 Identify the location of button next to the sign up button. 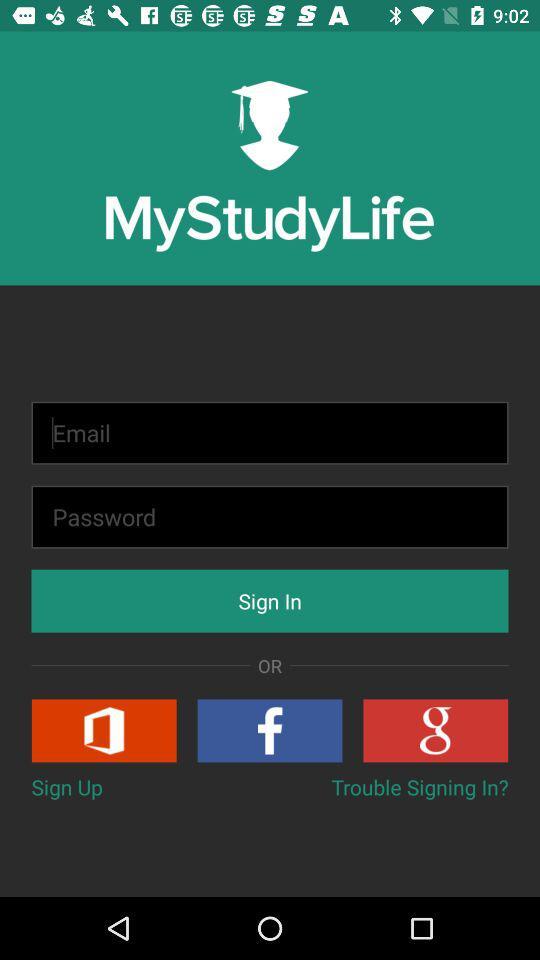
(419, 787).